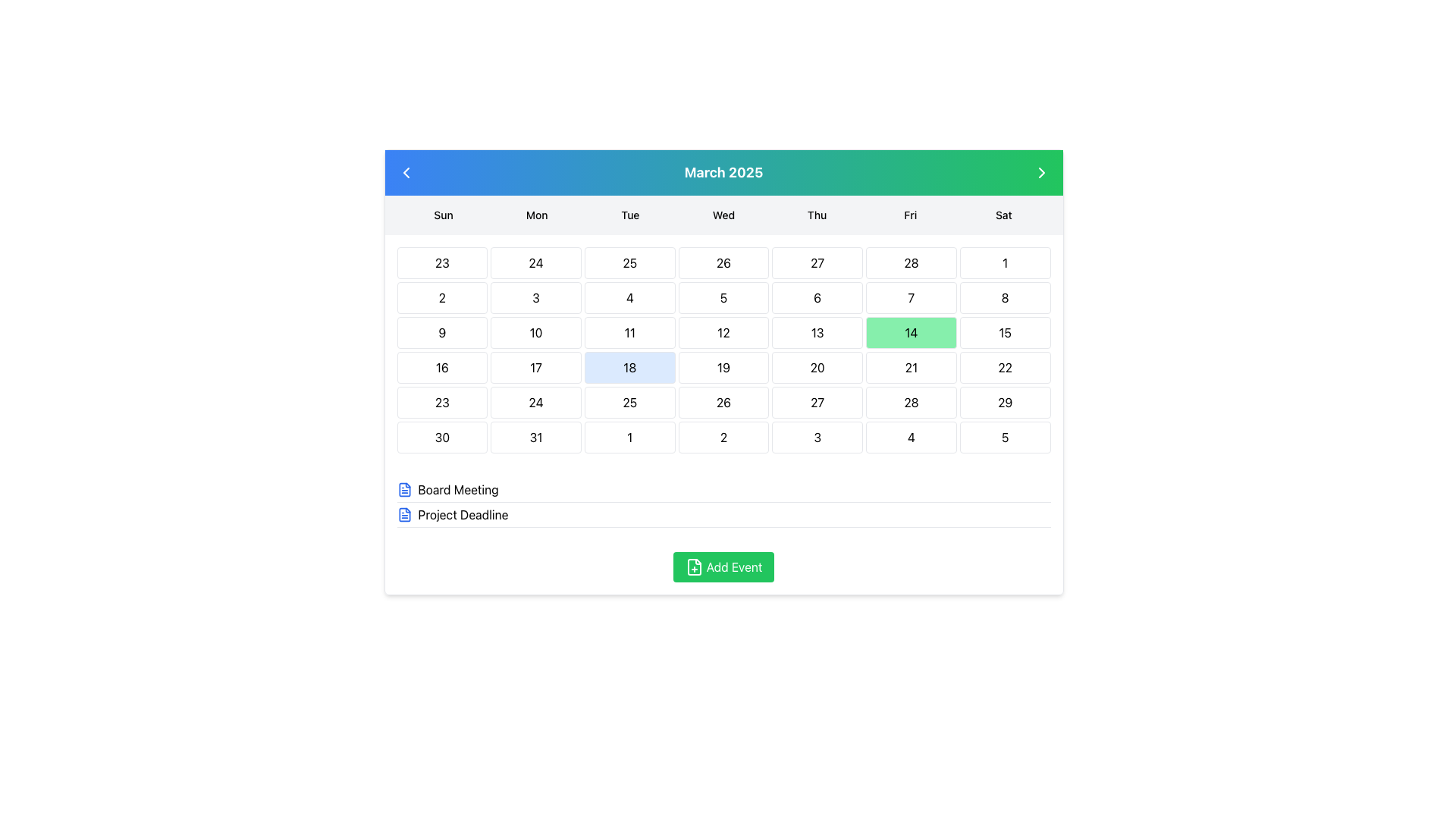  Describe the element at coordinates (817, 368) in the screenshot. I see `the calendar date cell representing Thursday in the fifth row and fourth column of the March 2025 calendar` at that location.